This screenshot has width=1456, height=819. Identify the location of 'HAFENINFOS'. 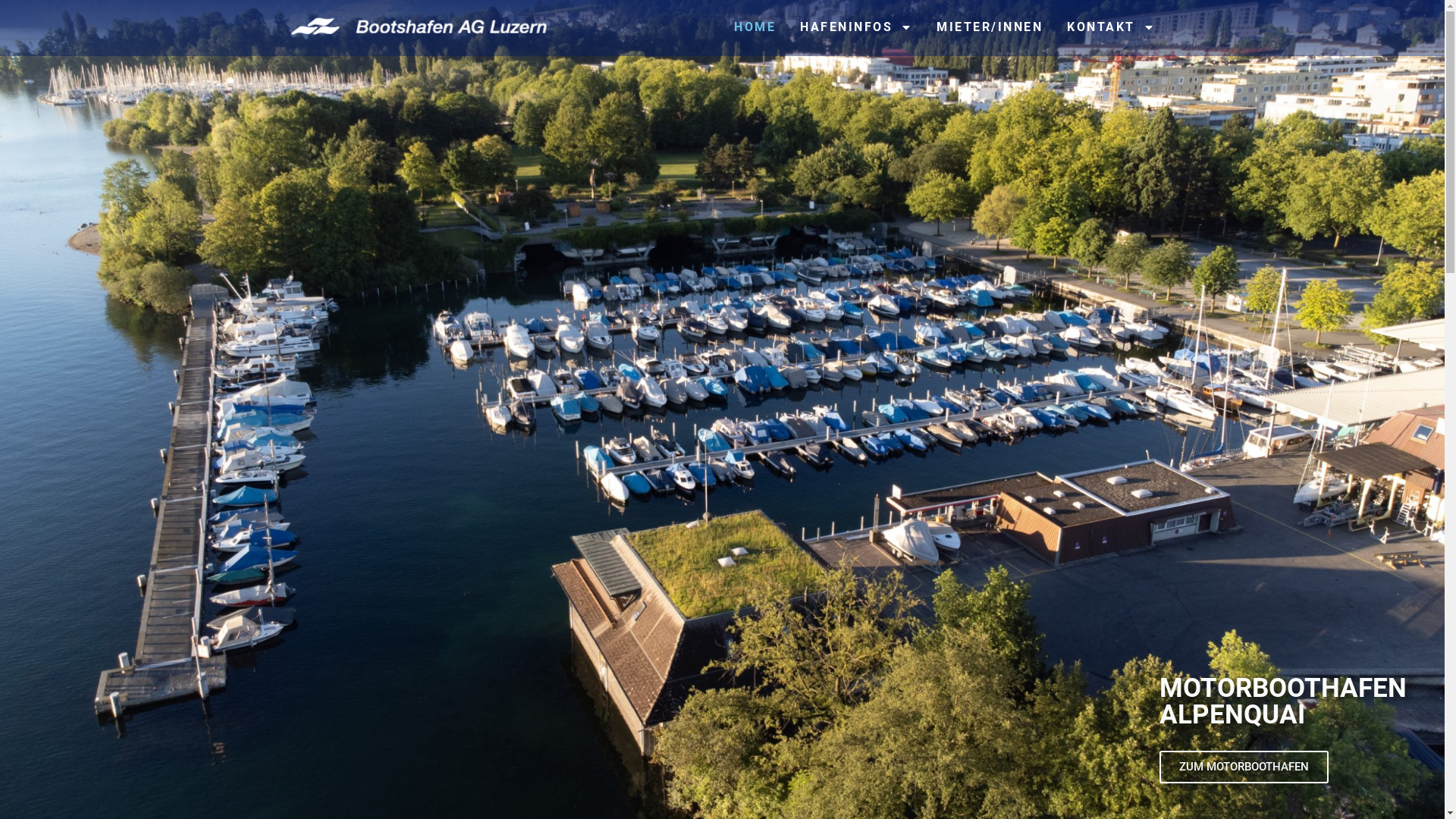
(855, 27).